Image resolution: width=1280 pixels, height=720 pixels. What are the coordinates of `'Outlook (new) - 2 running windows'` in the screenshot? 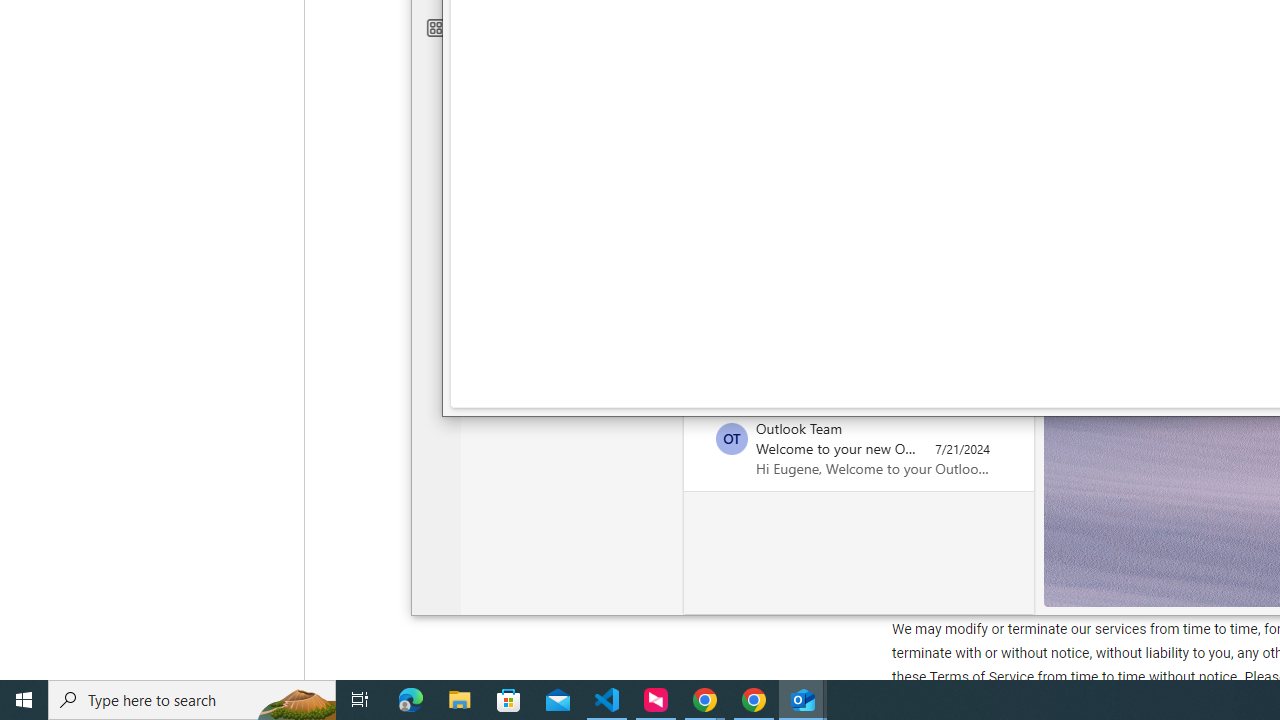 It's located at (803, 698).